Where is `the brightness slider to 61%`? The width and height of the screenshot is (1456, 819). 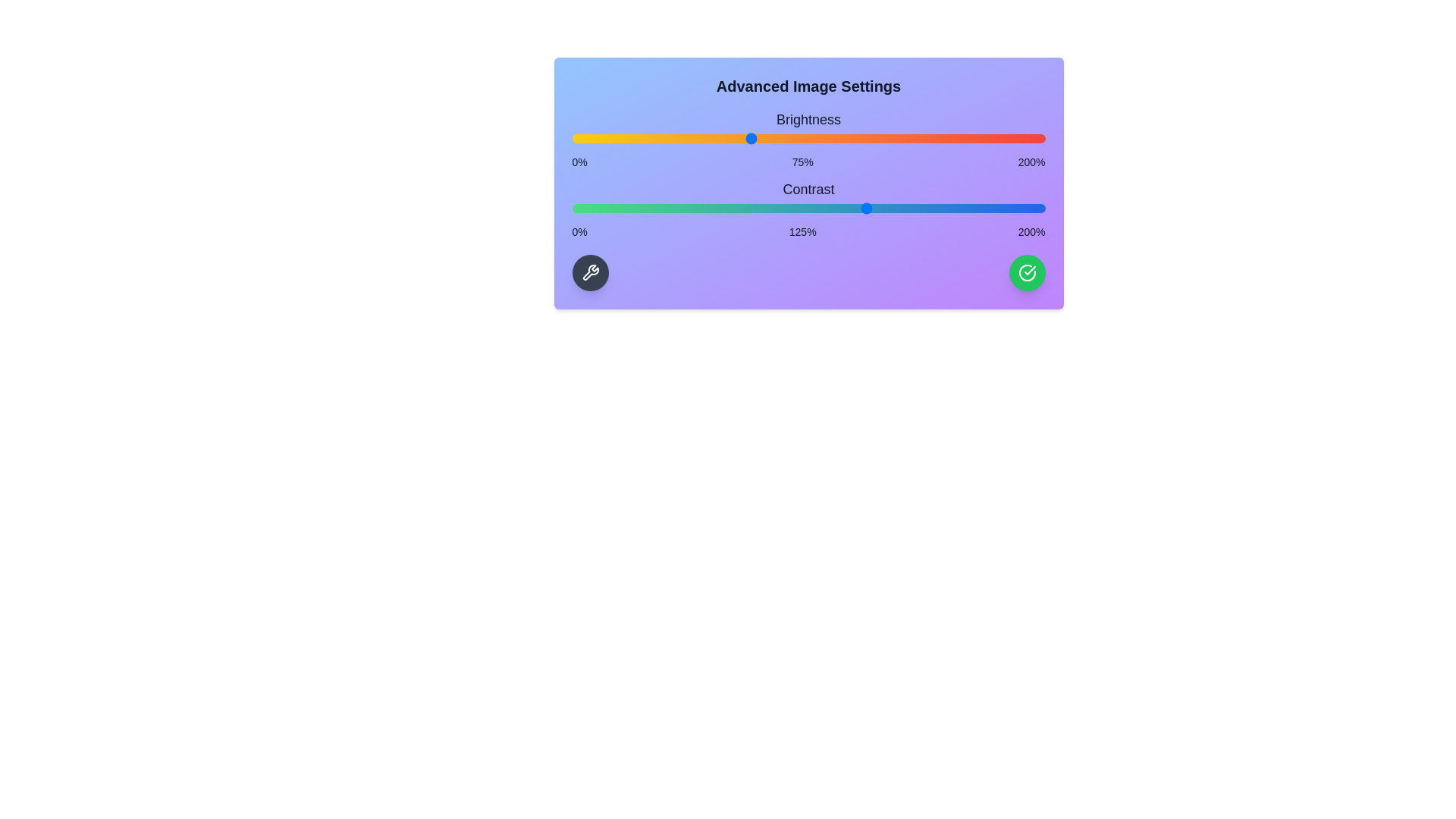 the brightness slider to 61% is located at coordinates (715, 138).